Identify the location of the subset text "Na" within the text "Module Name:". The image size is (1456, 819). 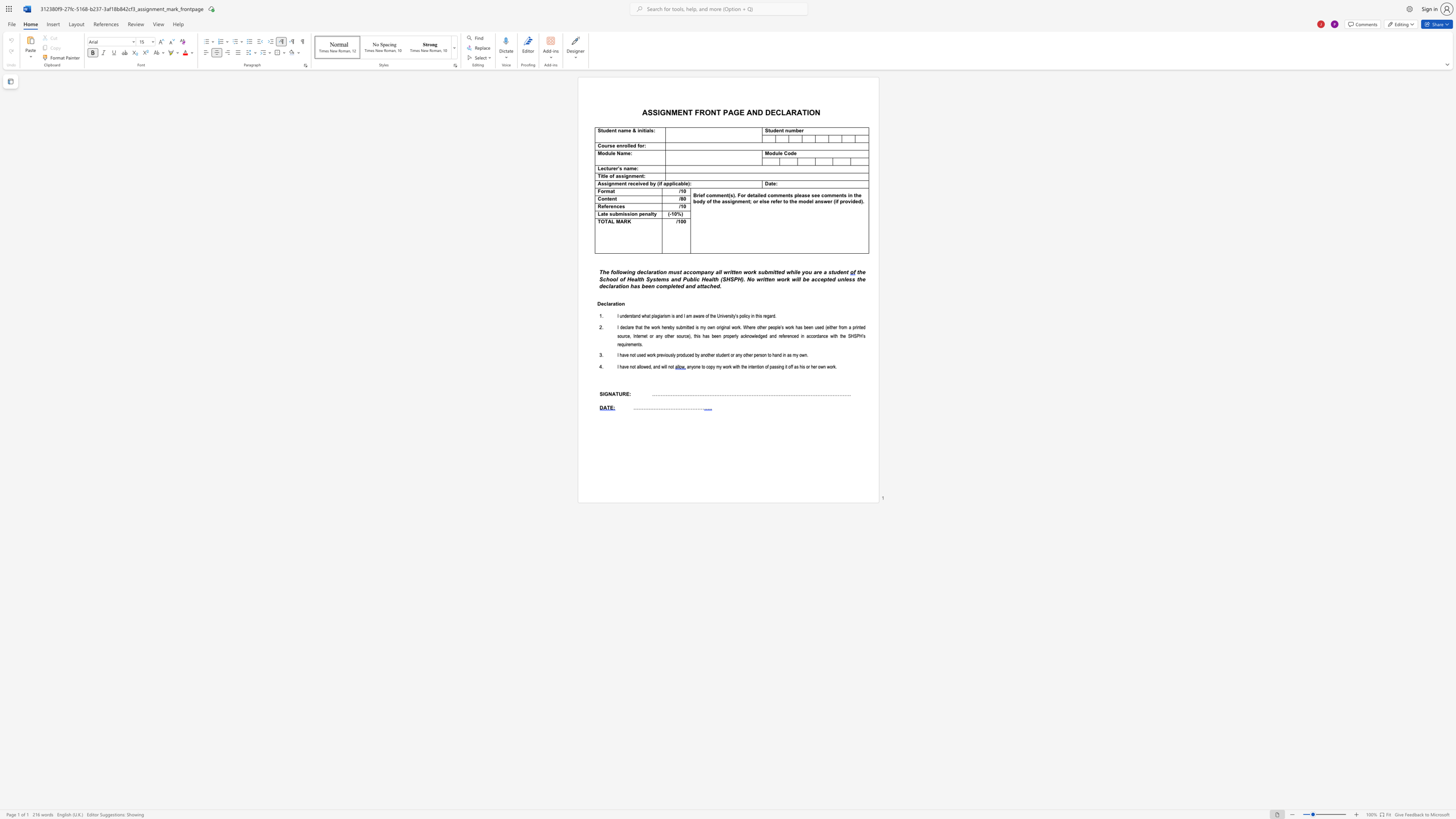
(617, 153).